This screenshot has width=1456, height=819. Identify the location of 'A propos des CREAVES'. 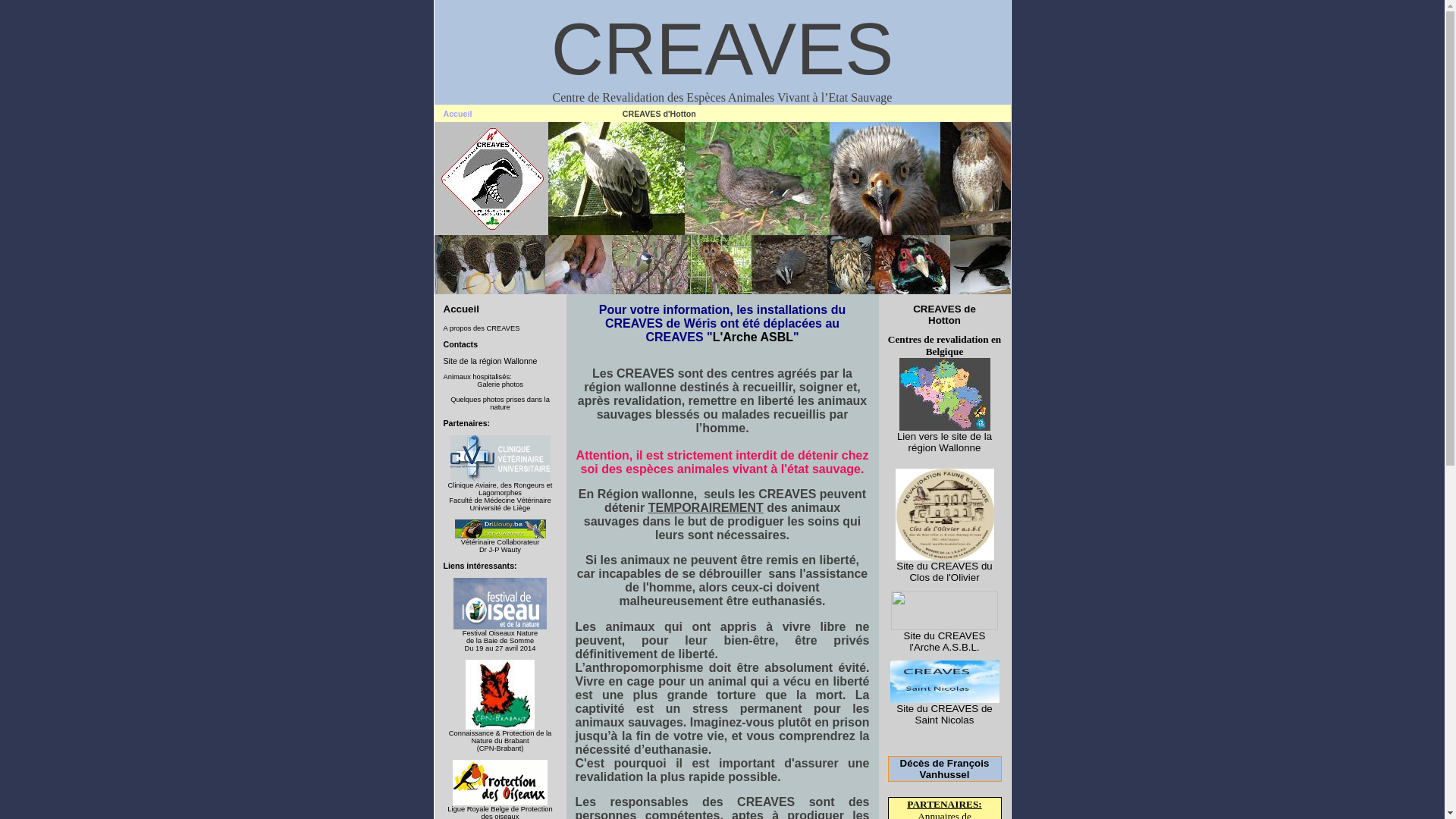
(480, 327).